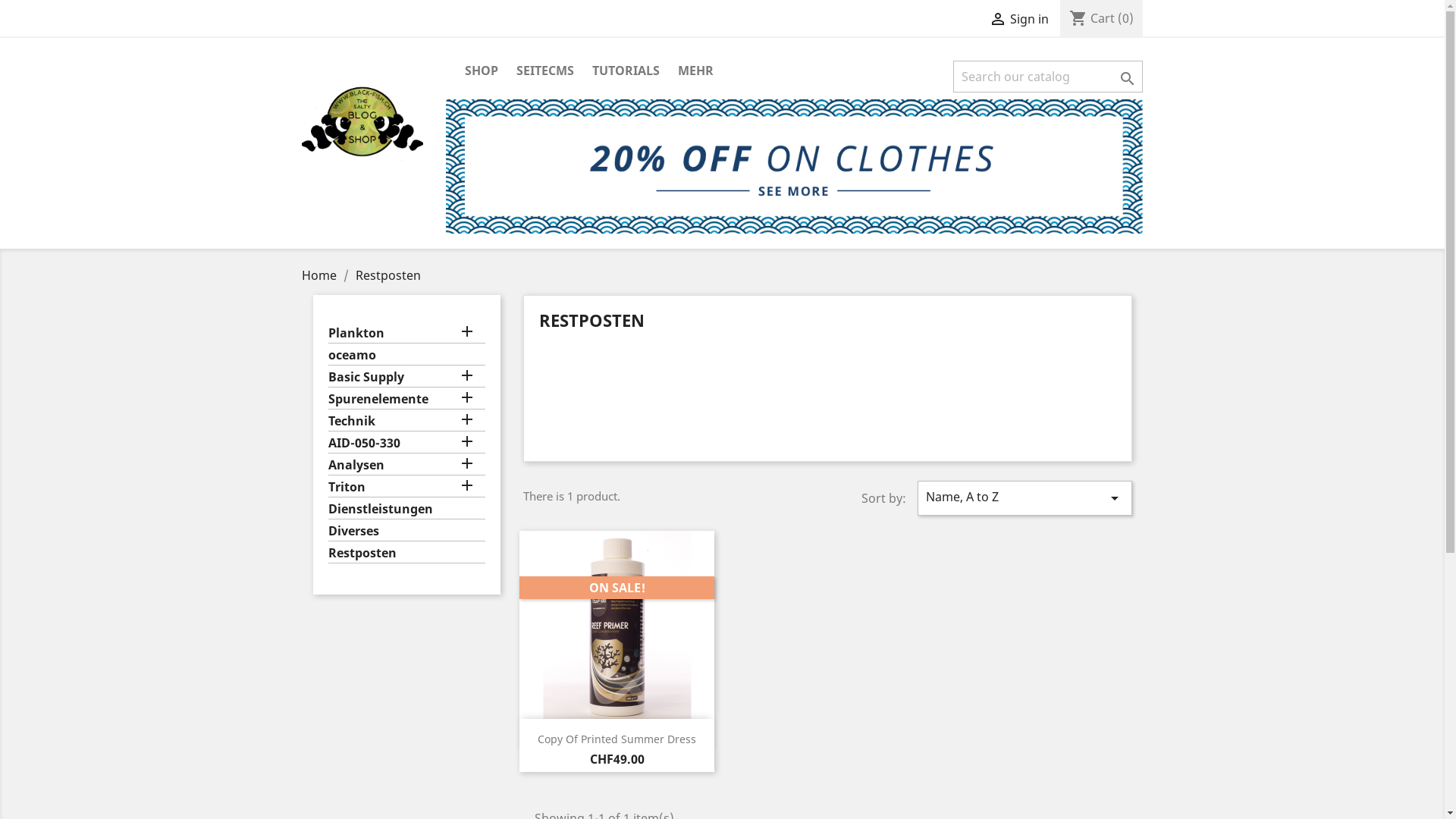  Describe the element at coordinates (406, 444) in the screenshot. I see `'AID-050-330'` at that location.